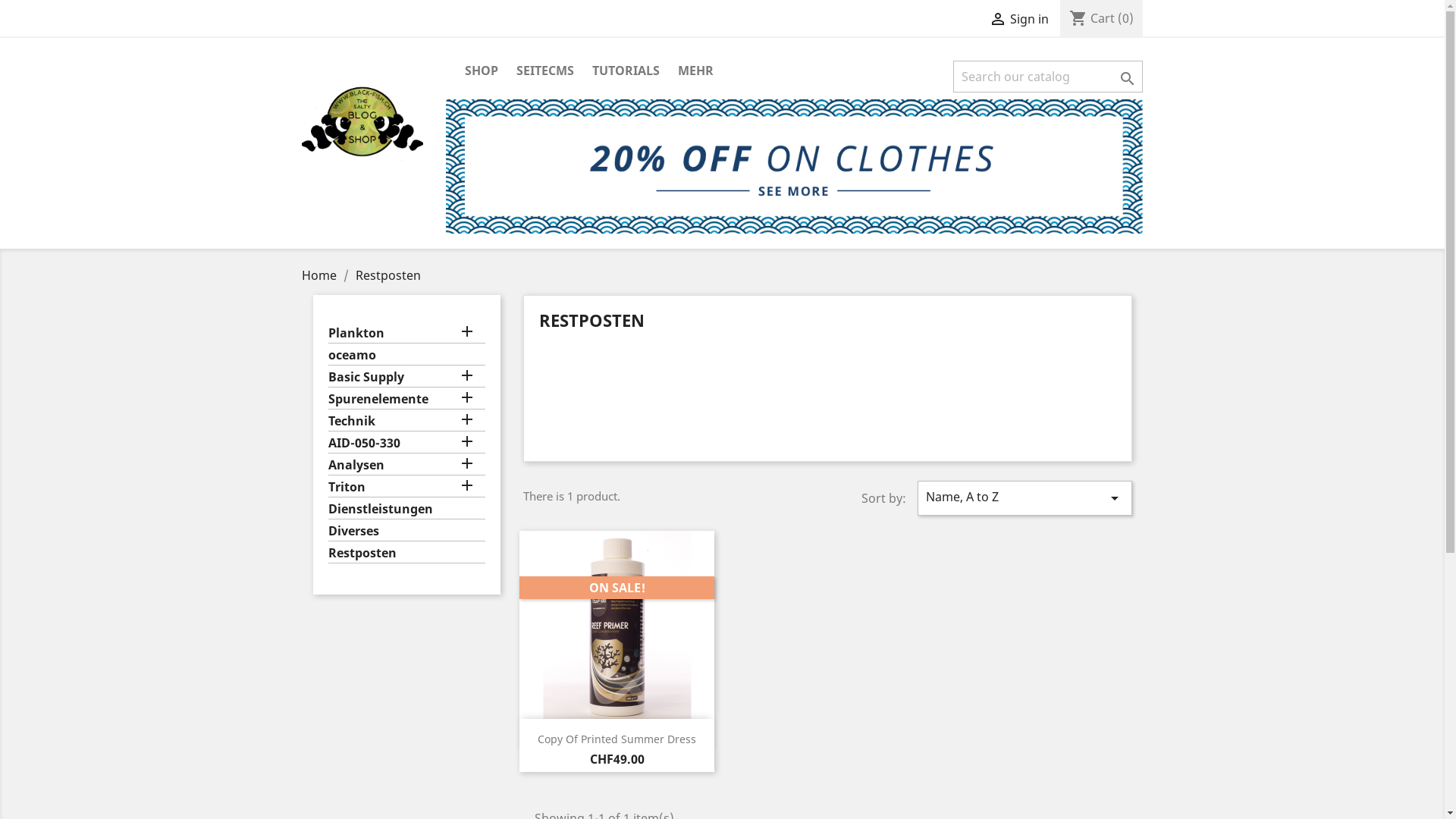  Describe the element at coordinates (406, 444) in the screenshot. I see `'AID-050-330'` at that location.